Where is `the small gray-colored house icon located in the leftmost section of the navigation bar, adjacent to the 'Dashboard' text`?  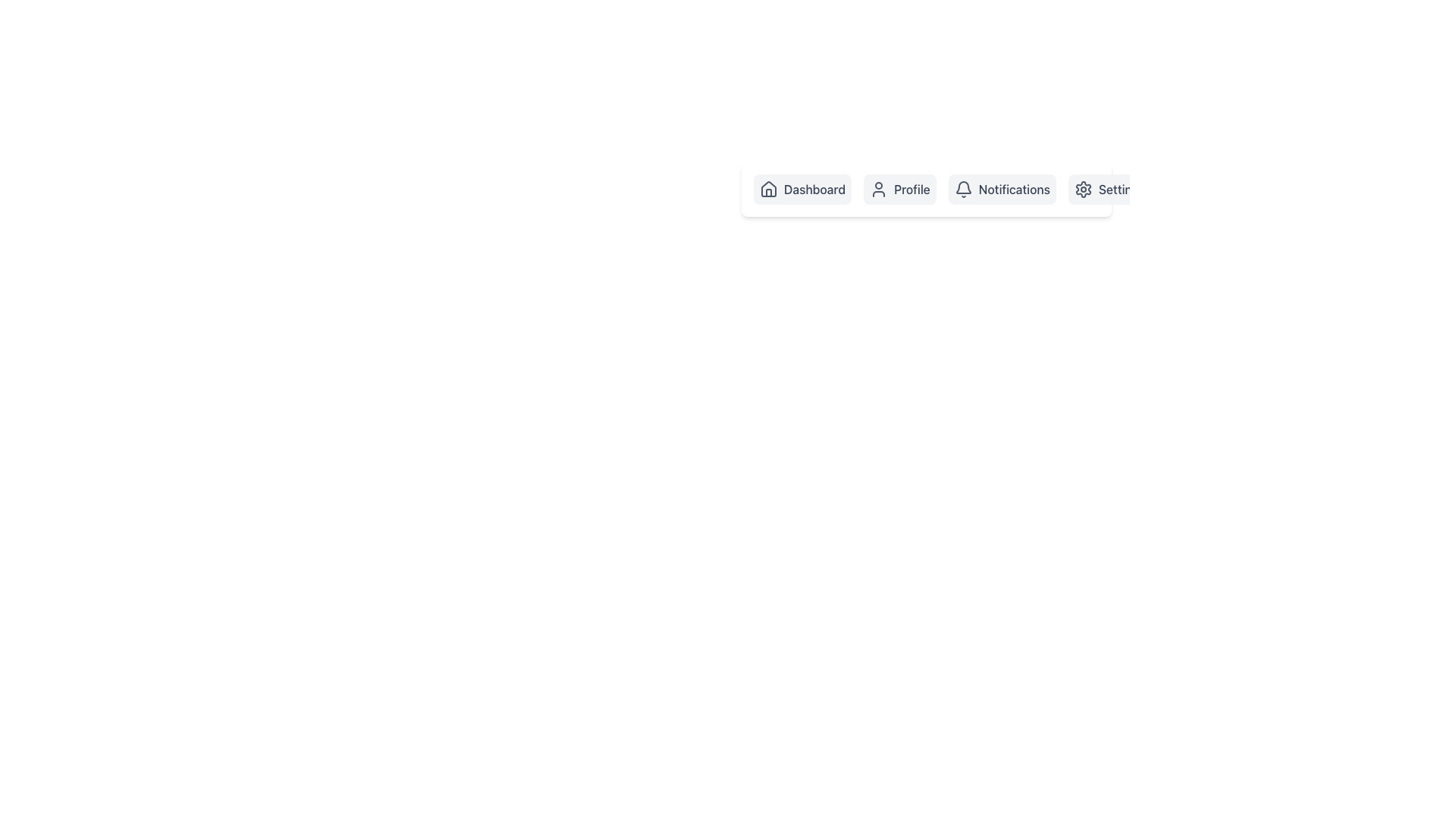
the small gray-colored house icon located in the leftmost section of the navigation bar, adjacent to the 'Dashboard' text is located at coordinates (768, 189).